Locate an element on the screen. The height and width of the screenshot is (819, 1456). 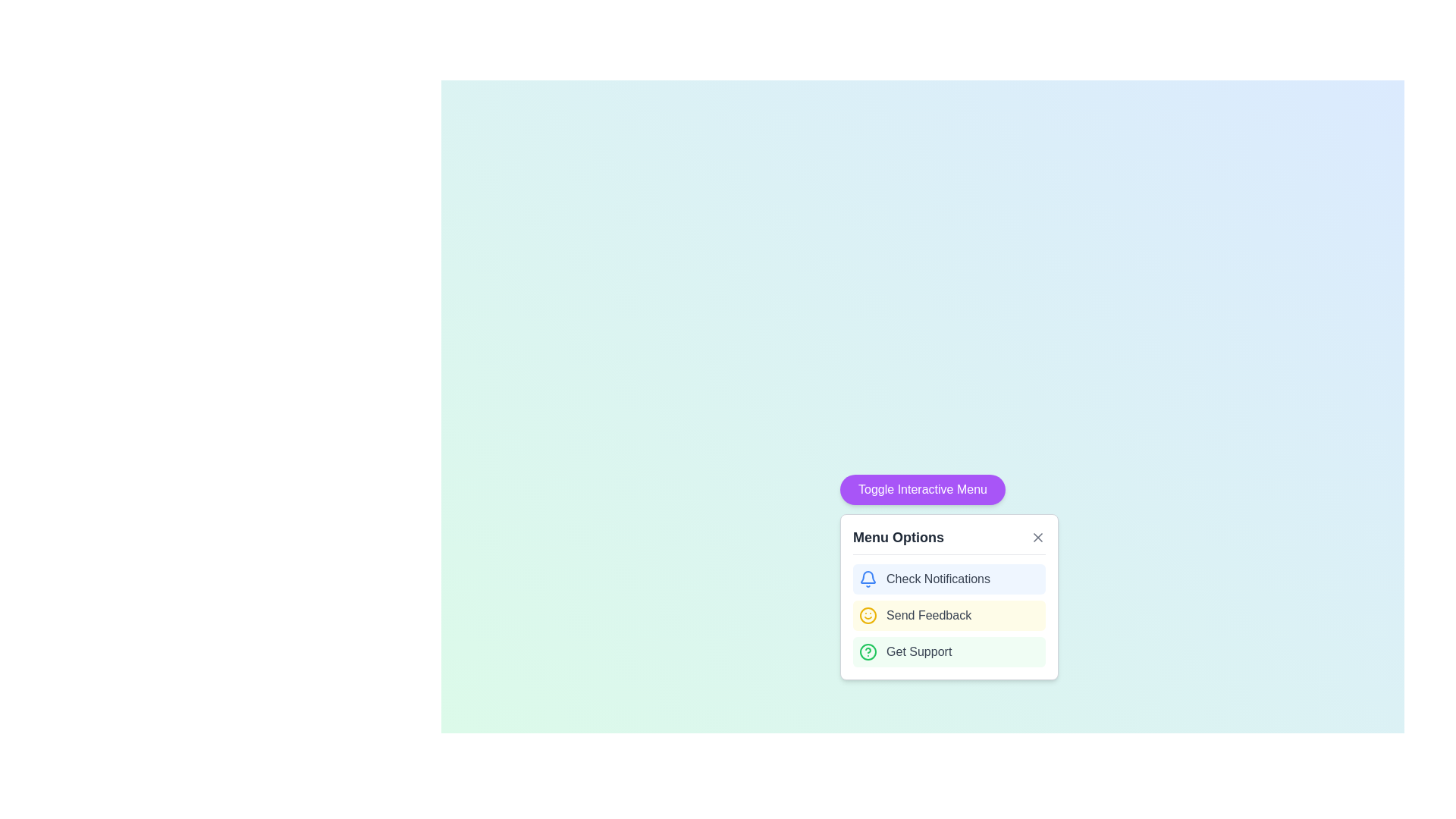
the static text heading that serves as a label for the menu section, located at the top-left corner inside the menu panel, directly underneath the 'Toggle Interactive Menu' button is located at coordinates (899, 537).